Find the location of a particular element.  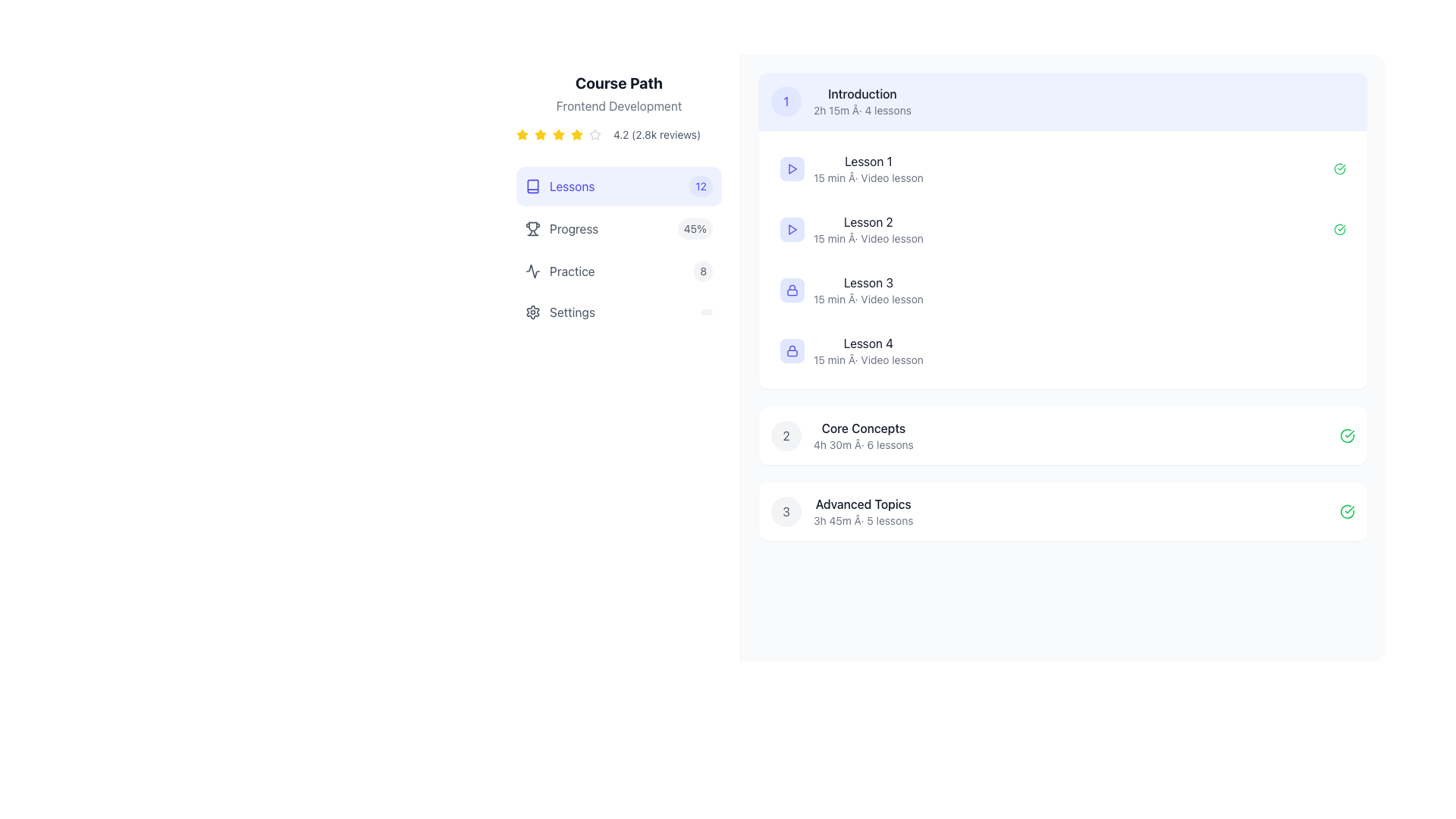

the triangle-shaped play icon located beside 'Lesson 2' in the list of lessons, which is the second icon among the lesson entries is located at coordinates (792, 230).